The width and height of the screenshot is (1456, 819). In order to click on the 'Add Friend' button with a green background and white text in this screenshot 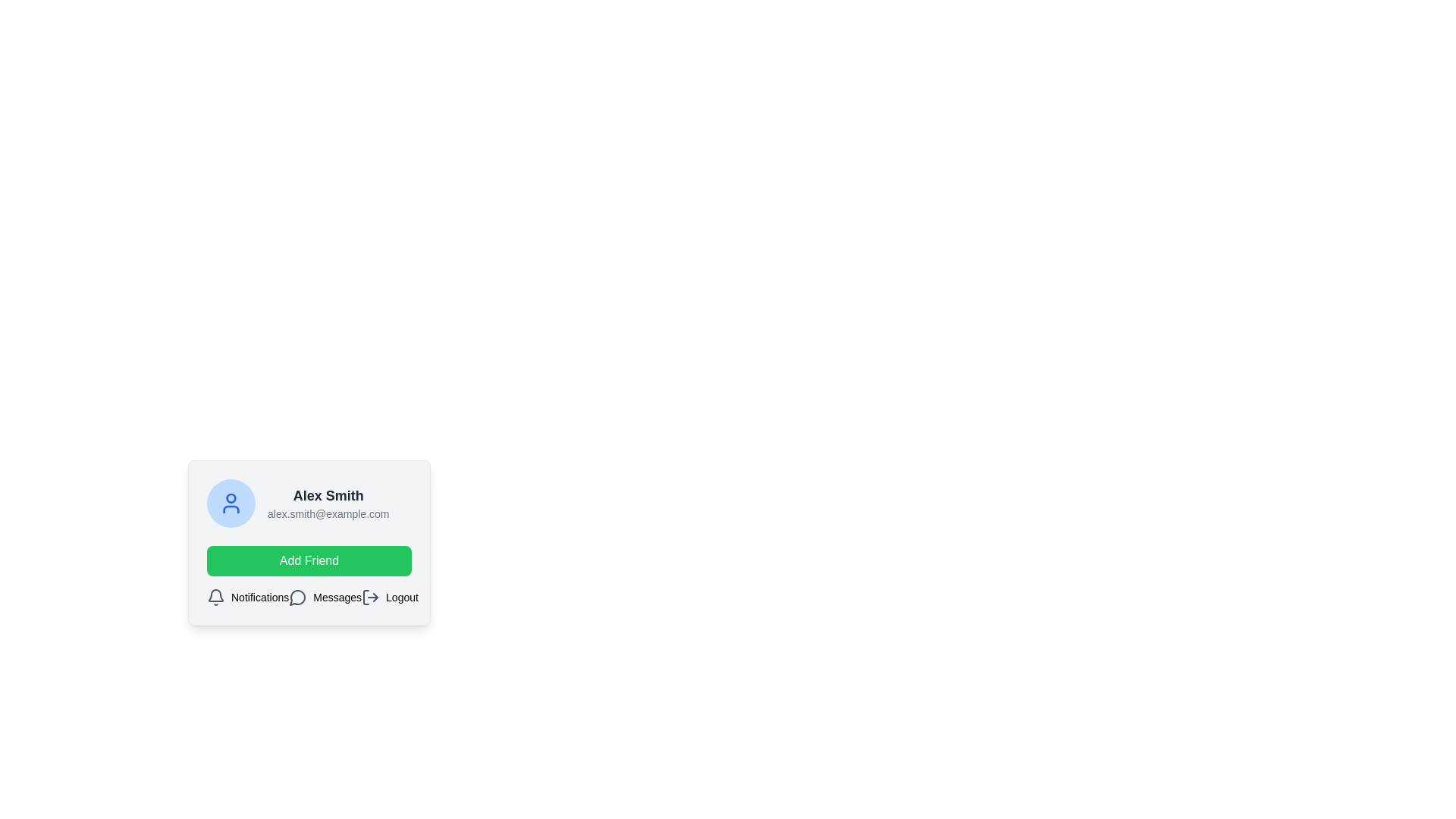, I will do `click(309, 576)`.